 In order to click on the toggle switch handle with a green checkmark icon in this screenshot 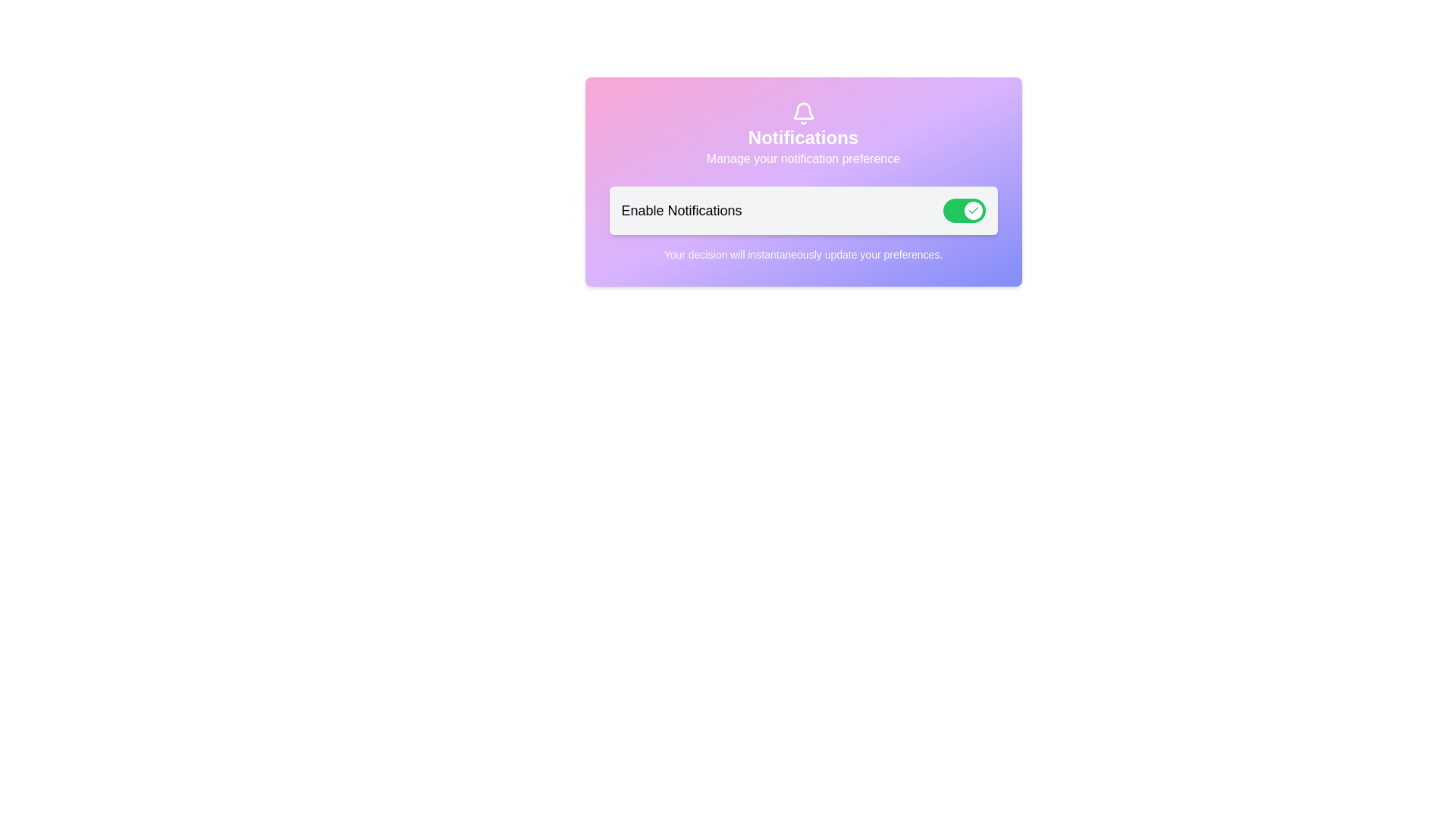, I will do `click(973, 210)`.